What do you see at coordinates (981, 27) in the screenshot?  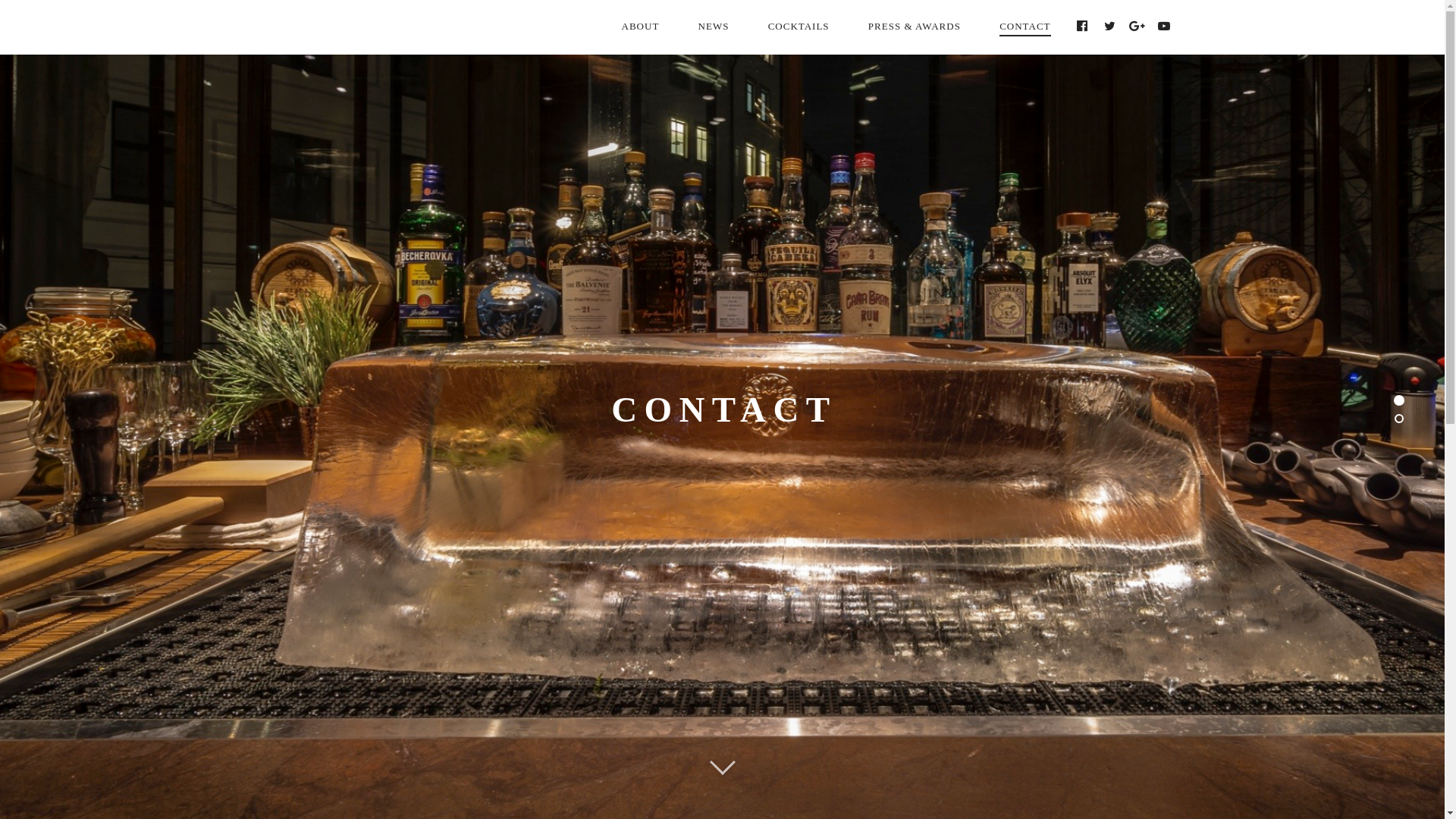 I see `'CONTACT'` at bounding box center [981, 27].